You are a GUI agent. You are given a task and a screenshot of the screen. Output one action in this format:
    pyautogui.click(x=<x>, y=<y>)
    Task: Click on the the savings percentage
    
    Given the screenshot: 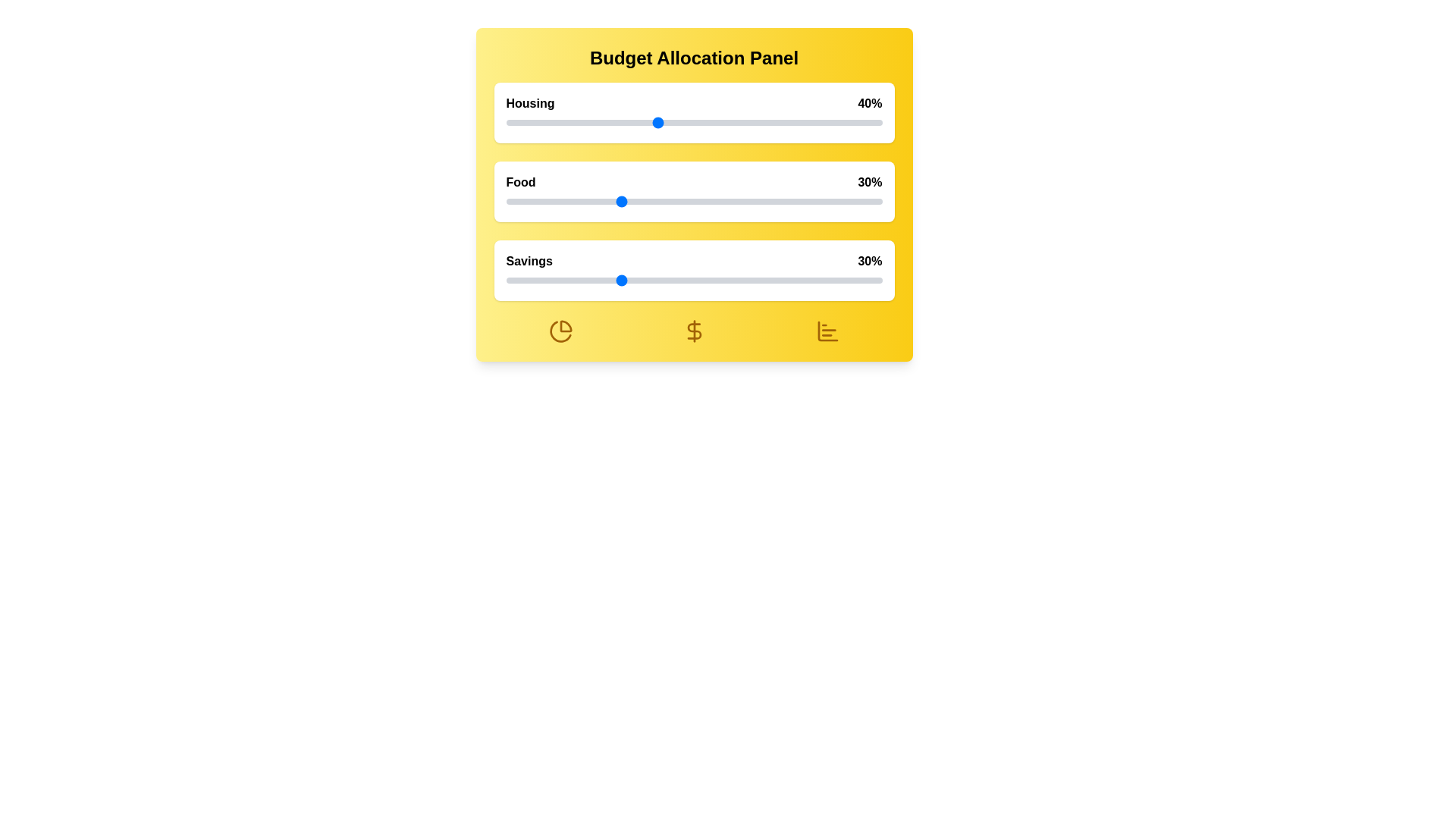 What is the action you would take?
    pyautogui.click(x=769, y=281)
    